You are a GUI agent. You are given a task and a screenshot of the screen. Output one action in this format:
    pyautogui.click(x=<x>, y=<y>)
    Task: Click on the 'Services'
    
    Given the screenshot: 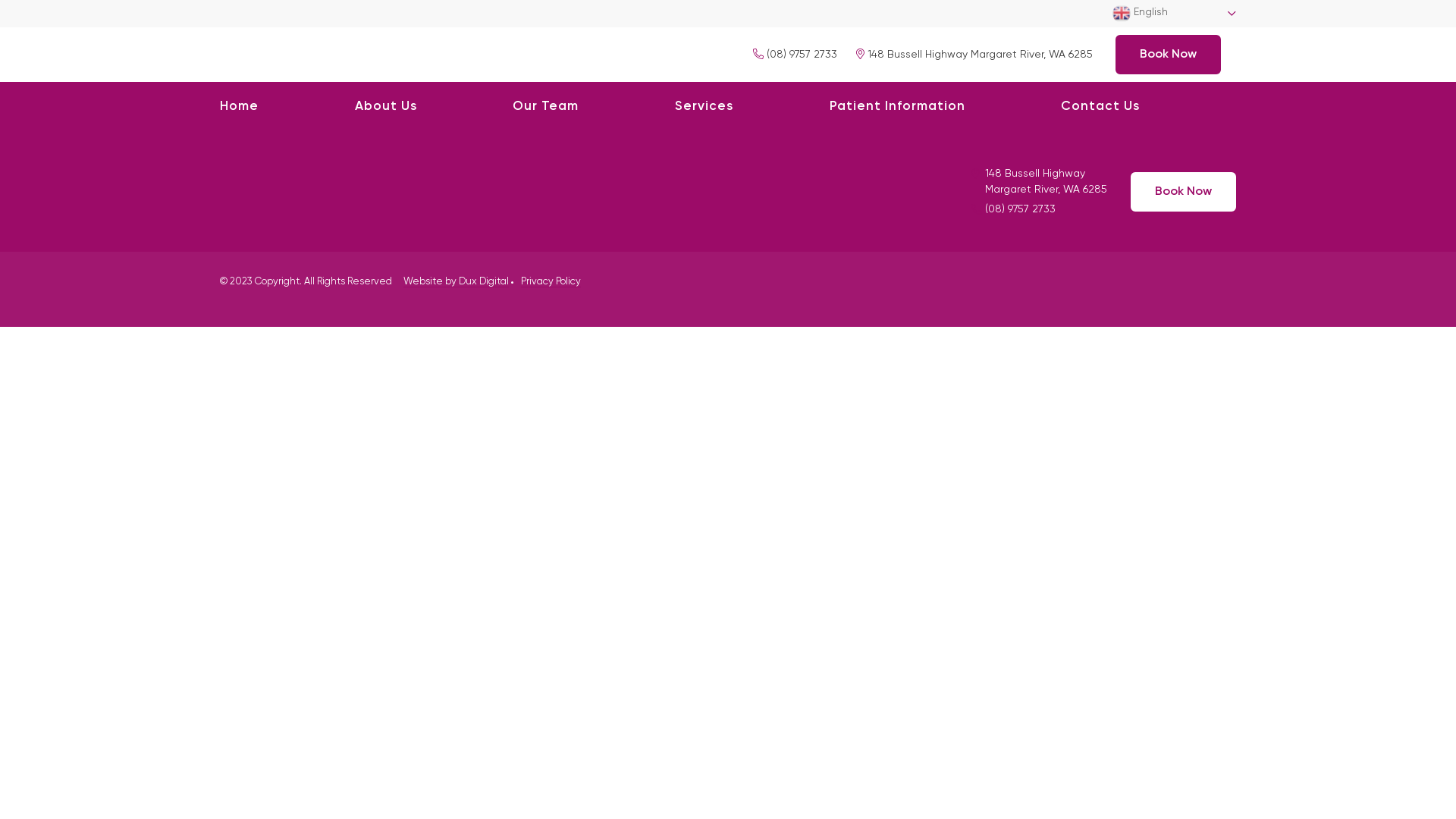 What is the action you would take?
    pyautogui.click(x=703, y=106)
    